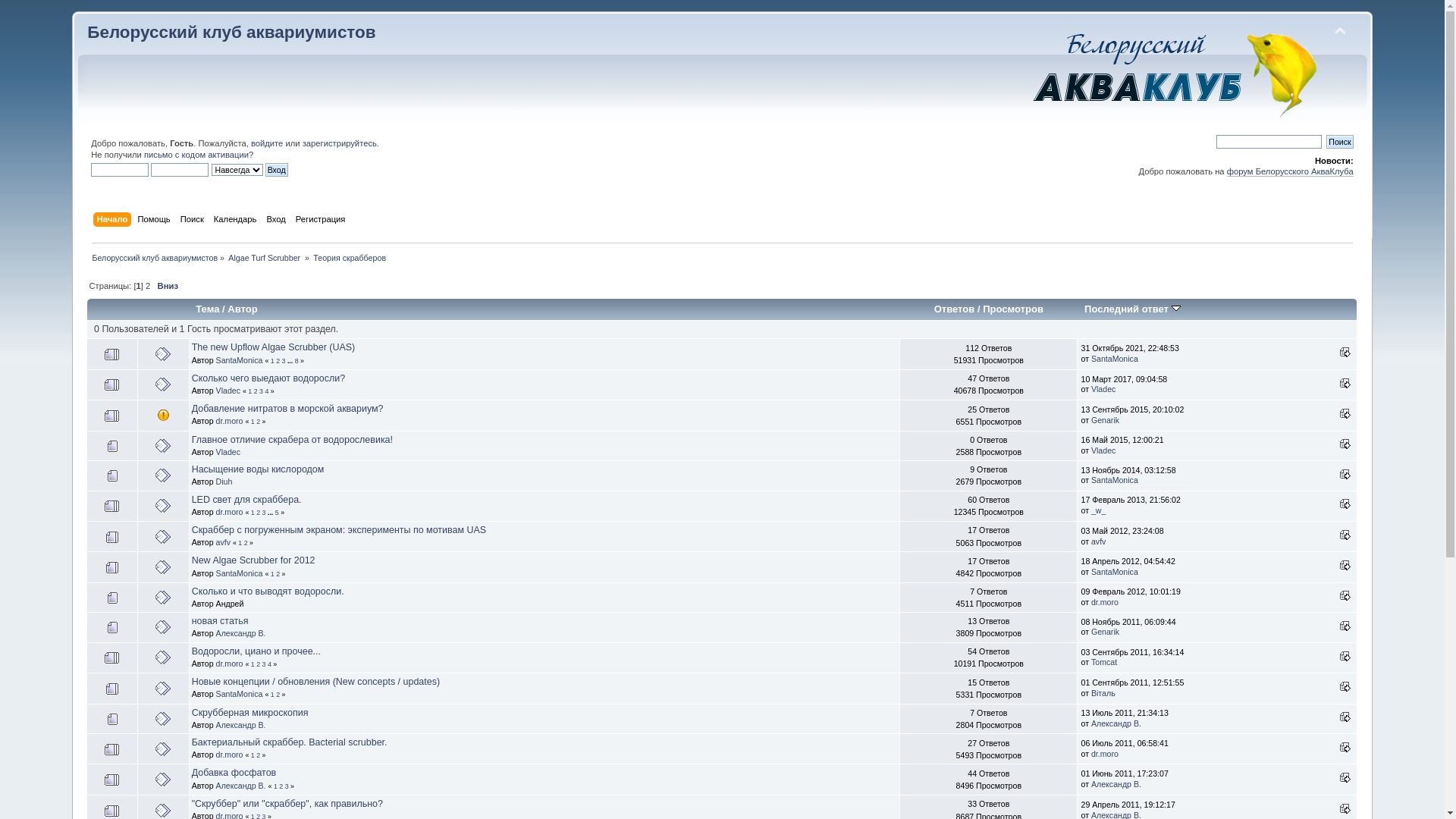 Image resolution: width=1456 pixels, height=819 pixels. What do you see at coordinates (1098, 510) in the screenshot?
I see `'_w_'` at bounding box center [1098, 510].